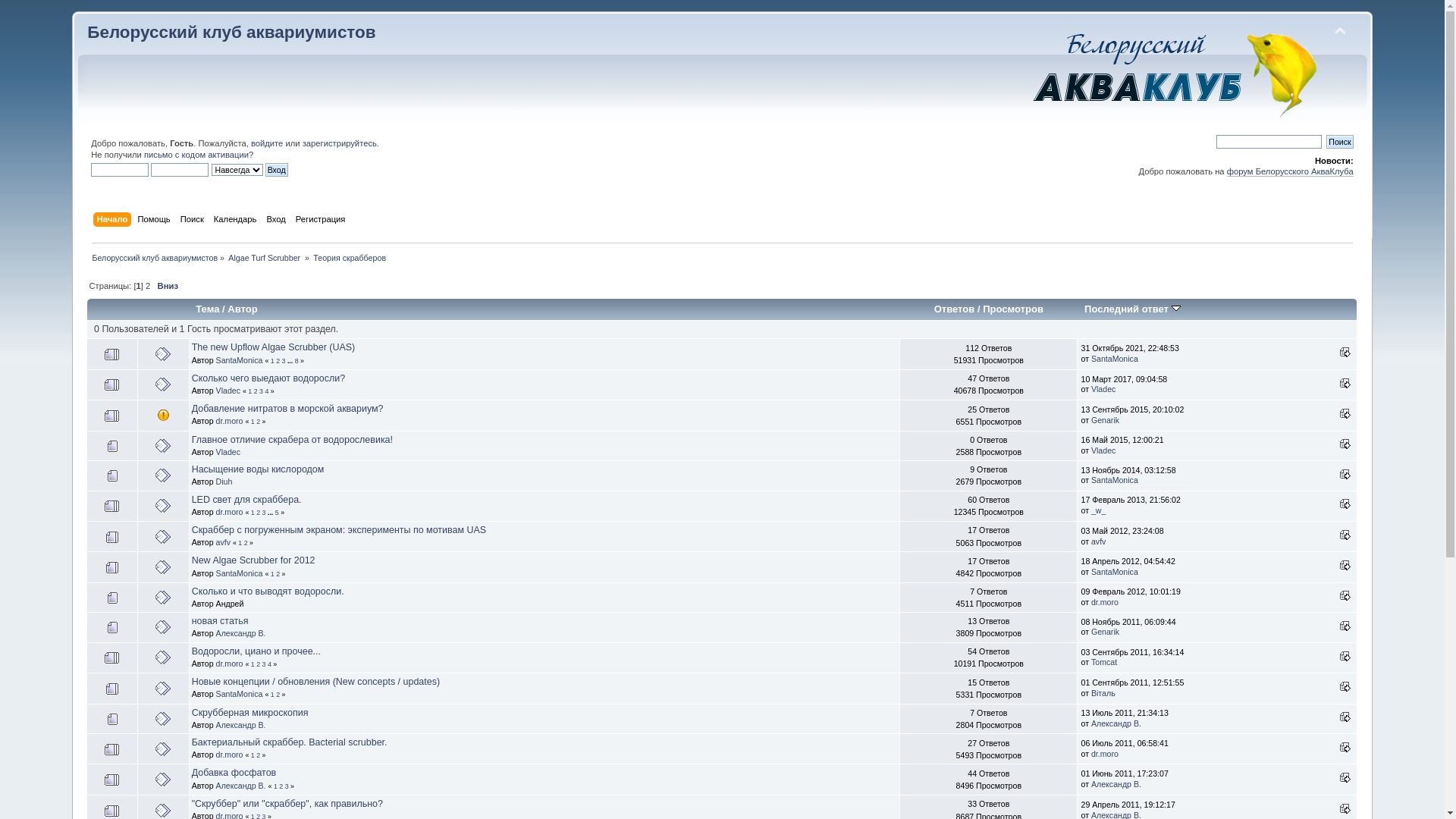 Image resolution: width=1456 pixels, height=819 pixels. What do you see at coordinates (1098, 510) in the screenshot?
I see `'_w_'` at bounding box center [1098, 510].